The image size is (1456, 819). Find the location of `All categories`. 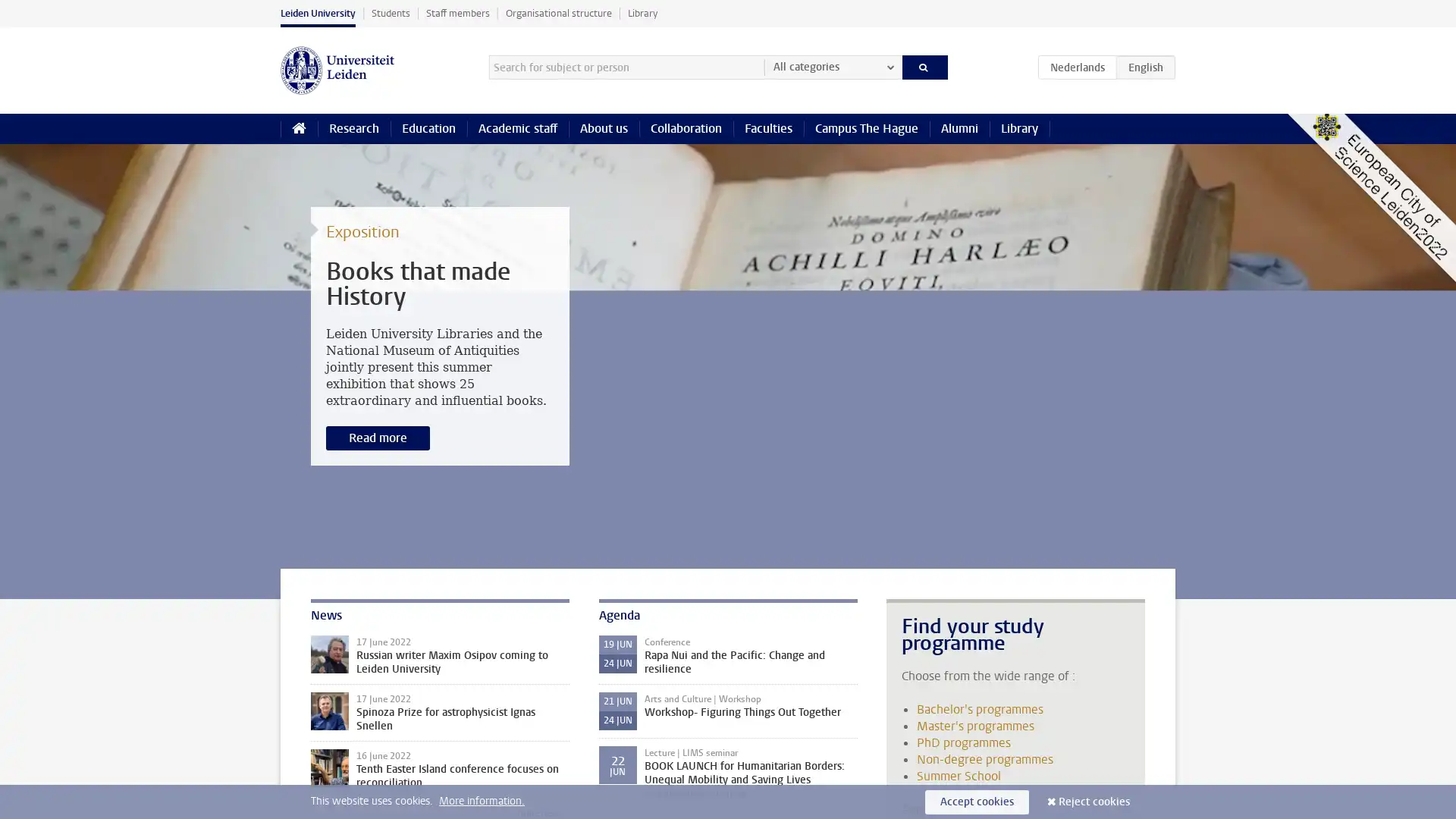

All categories is located at coordinates (832, 66).